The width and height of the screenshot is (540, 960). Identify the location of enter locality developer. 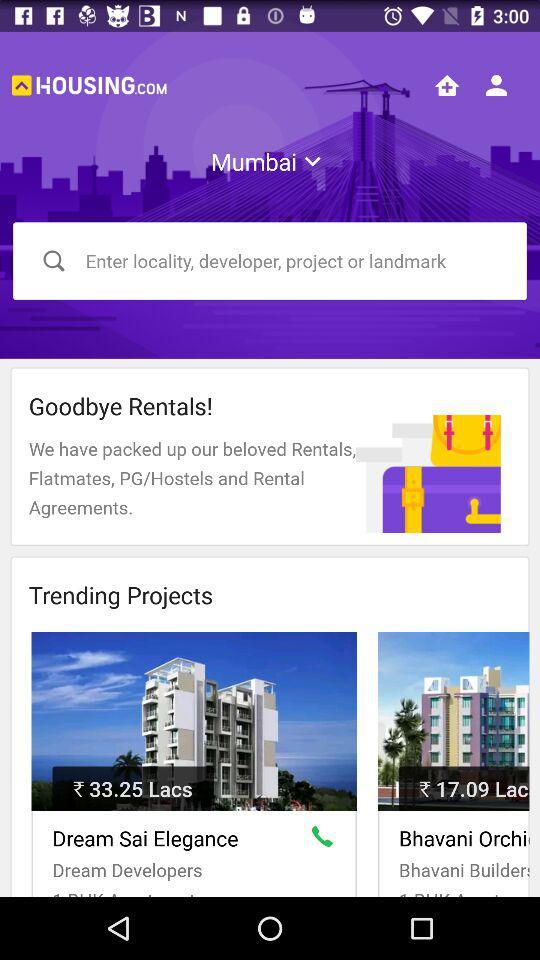
(270, 260).